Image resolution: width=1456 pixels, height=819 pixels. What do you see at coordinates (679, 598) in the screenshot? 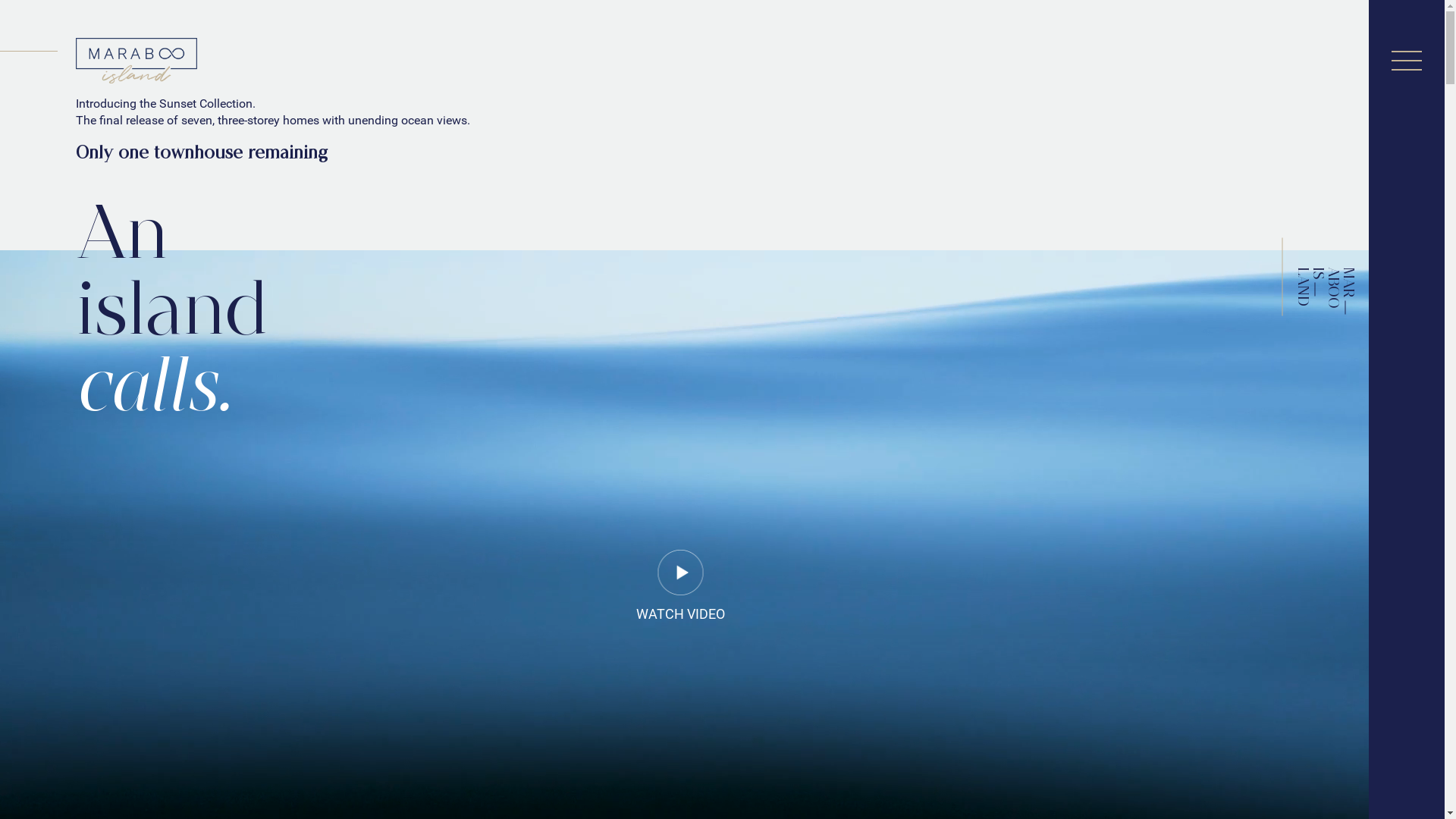
I see `'WATCH VIDEO'` at bounding box center [679, 598].